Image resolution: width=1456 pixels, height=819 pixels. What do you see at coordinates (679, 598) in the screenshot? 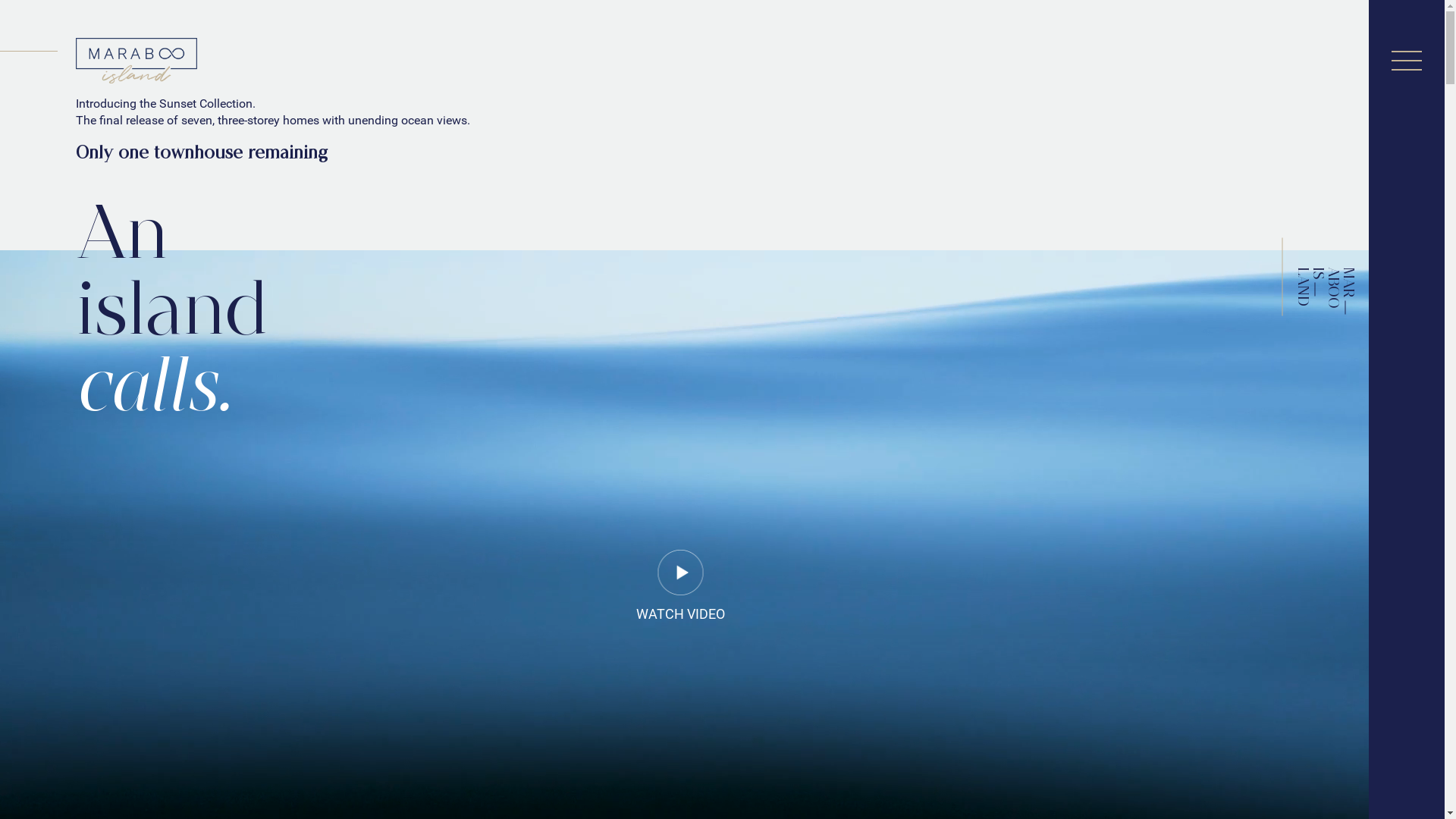
I see `'WATCH VIDEO'` at bounding box center [679, 598].